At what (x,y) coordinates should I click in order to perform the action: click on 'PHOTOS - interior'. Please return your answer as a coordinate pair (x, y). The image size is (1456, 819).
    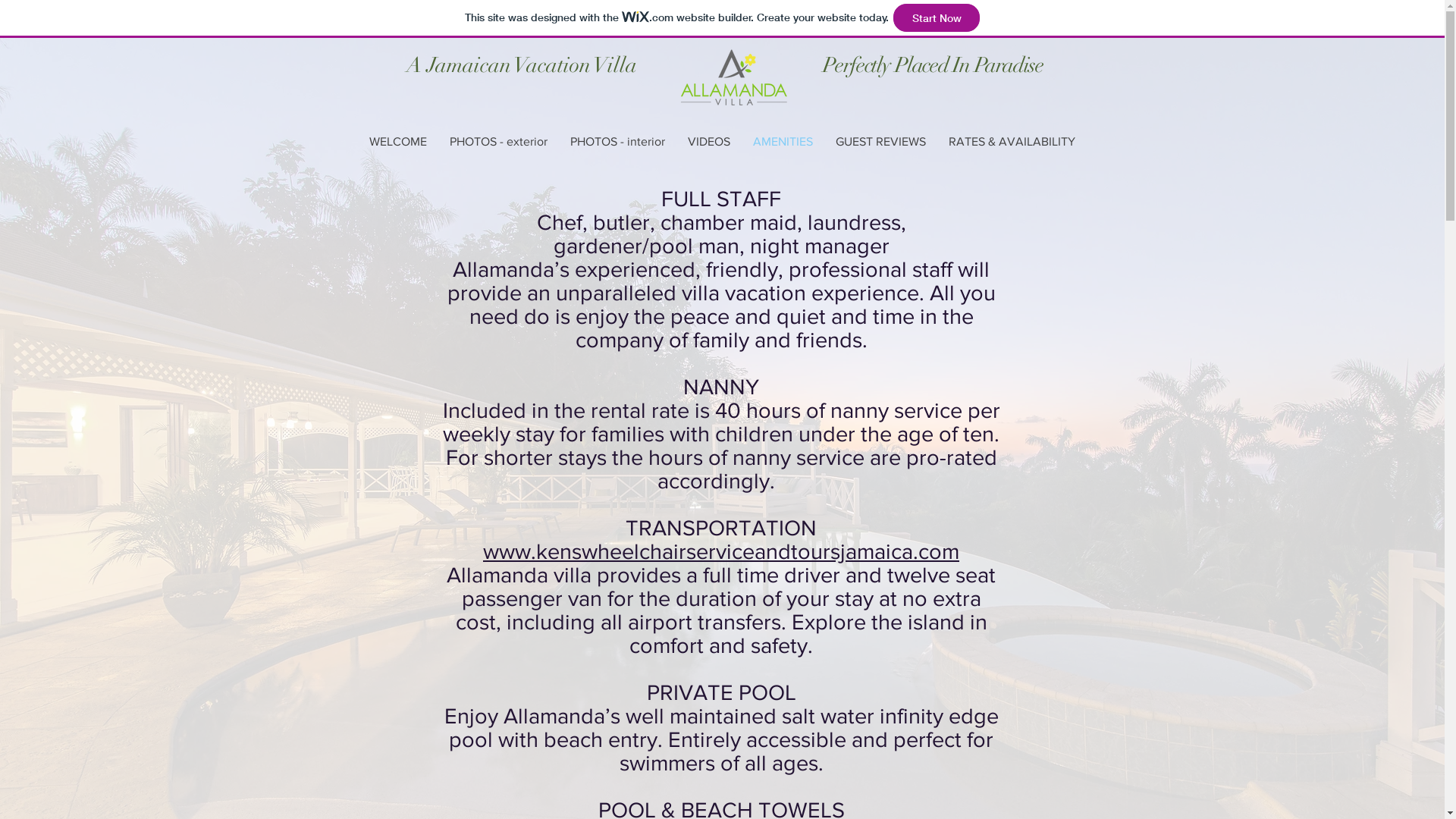
    Looking at the image, I should click on (617, 141).